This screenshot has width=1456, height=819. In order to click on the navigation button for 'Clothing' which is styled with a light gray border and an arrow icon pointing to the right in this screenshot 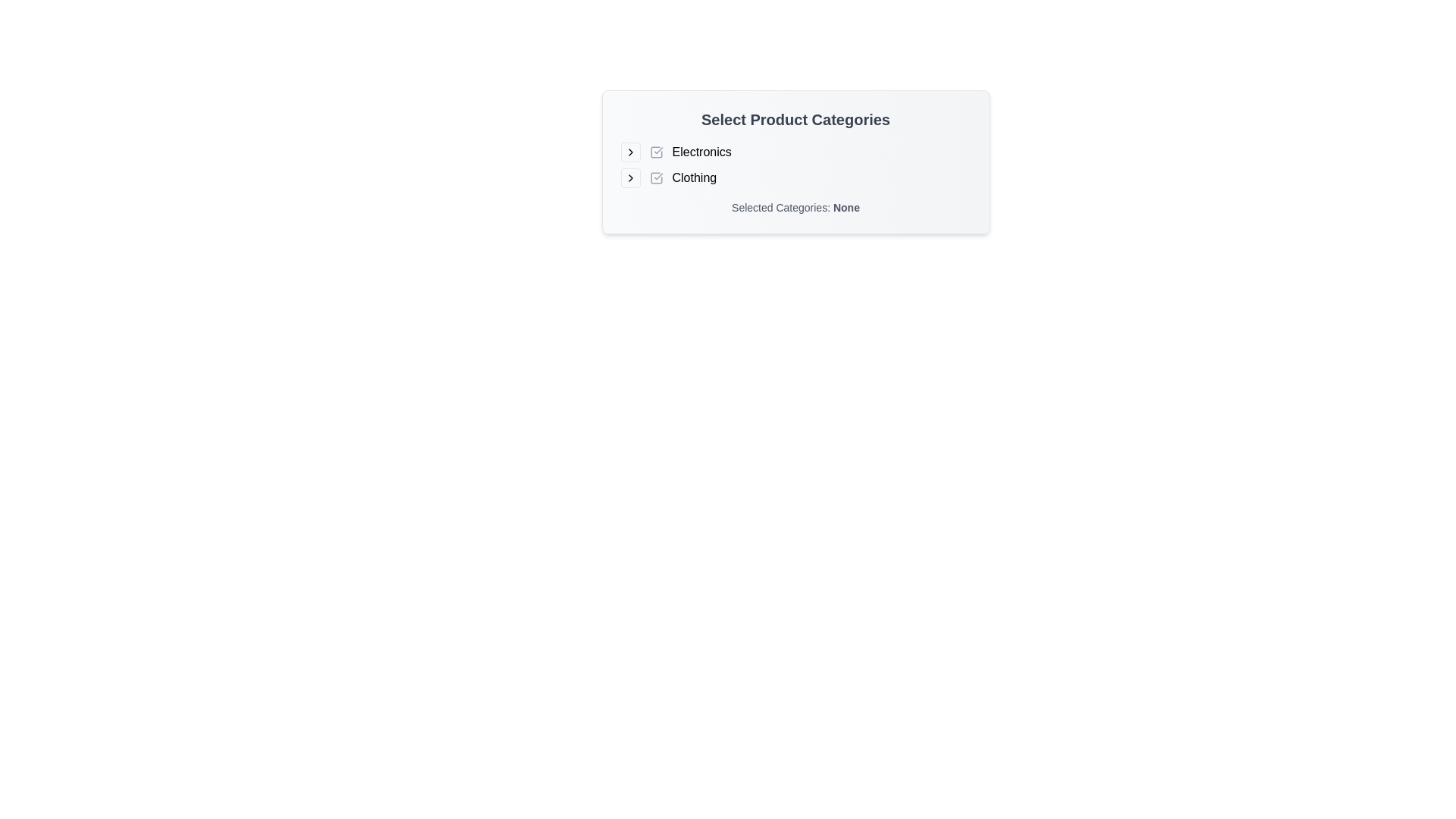, I will do `click(630, 177)`.